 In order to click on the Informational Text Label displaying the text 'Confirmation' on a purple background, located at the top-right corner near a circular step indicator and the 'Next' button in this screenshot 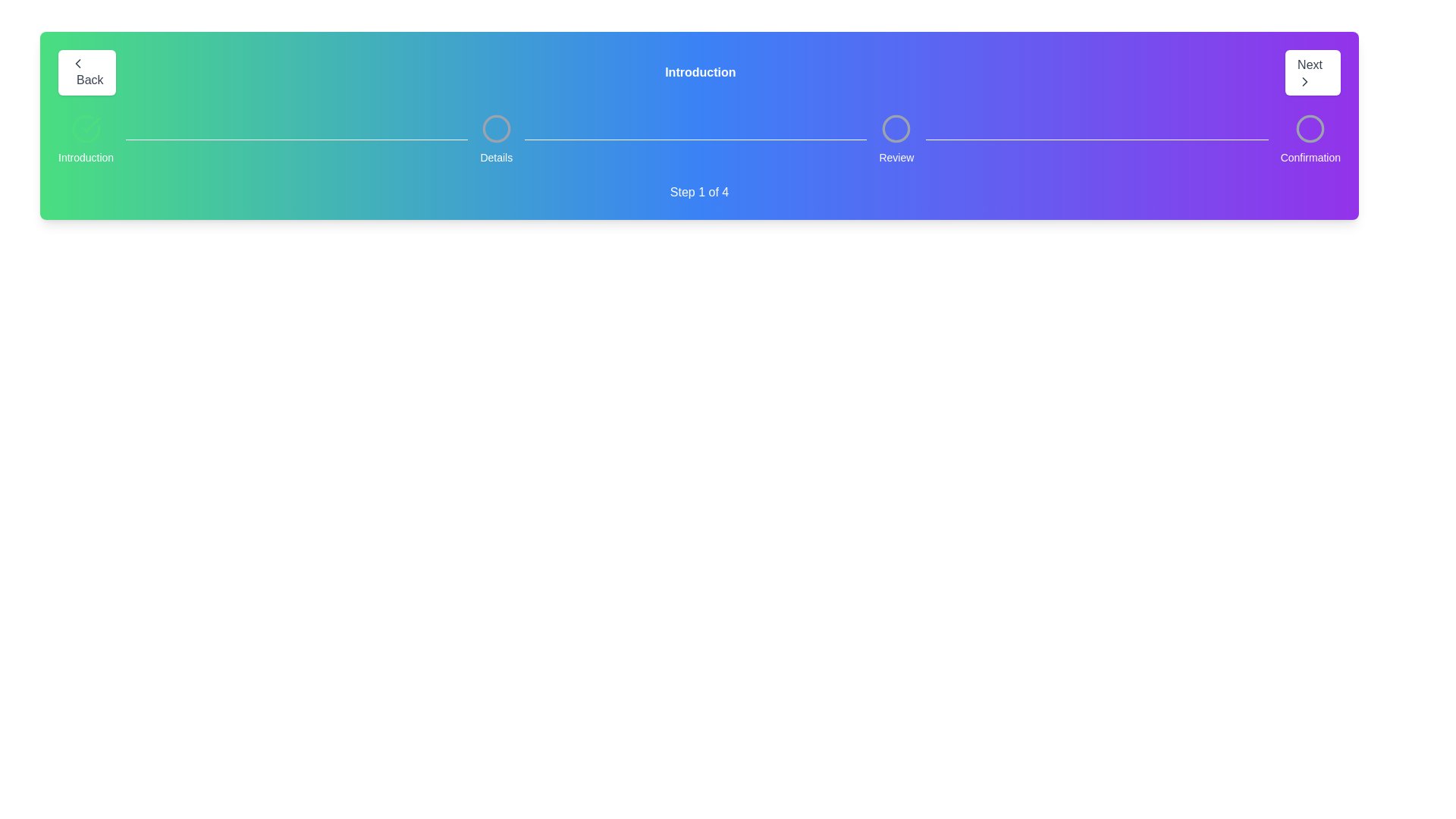, I will do `click(1310, 158)`.